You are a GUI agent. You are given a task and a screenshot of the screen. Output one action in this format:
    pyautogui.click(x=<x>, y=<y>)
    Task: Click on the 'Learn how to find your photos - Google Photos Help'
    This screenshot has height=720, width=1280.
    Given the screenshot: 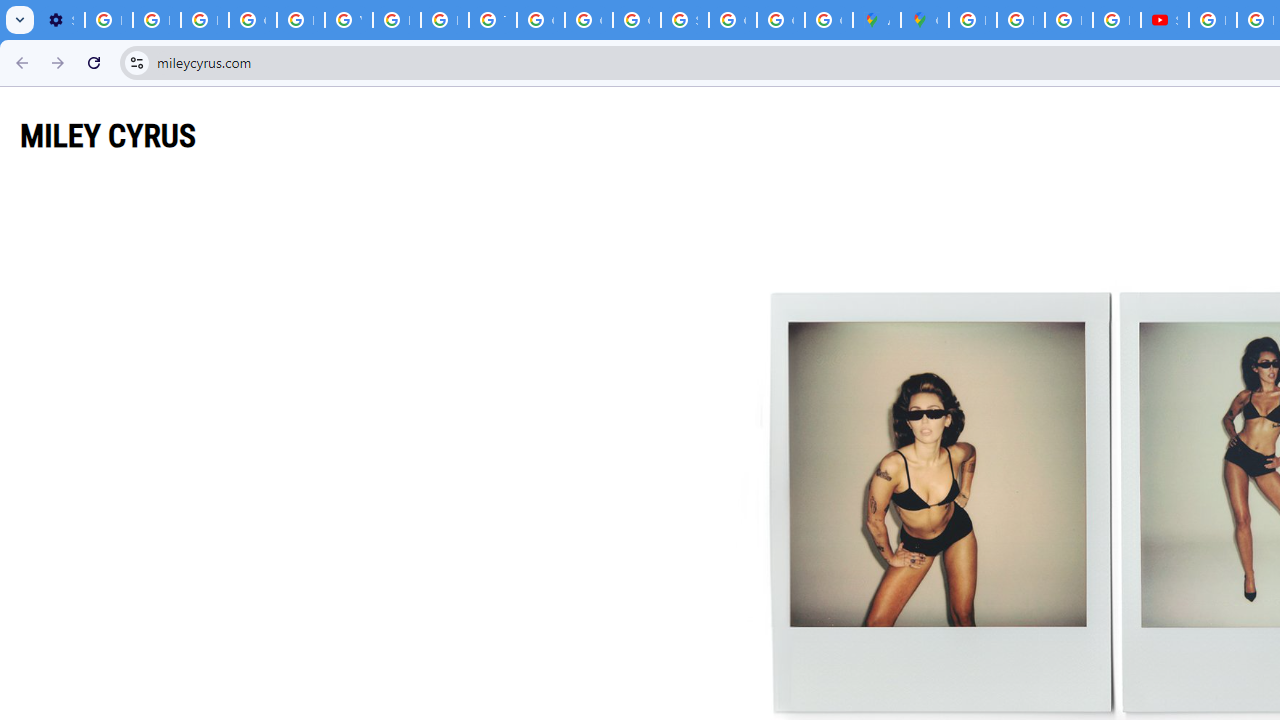 What is the action you would take?
    pyautogui.click(x=155, y=20)
    